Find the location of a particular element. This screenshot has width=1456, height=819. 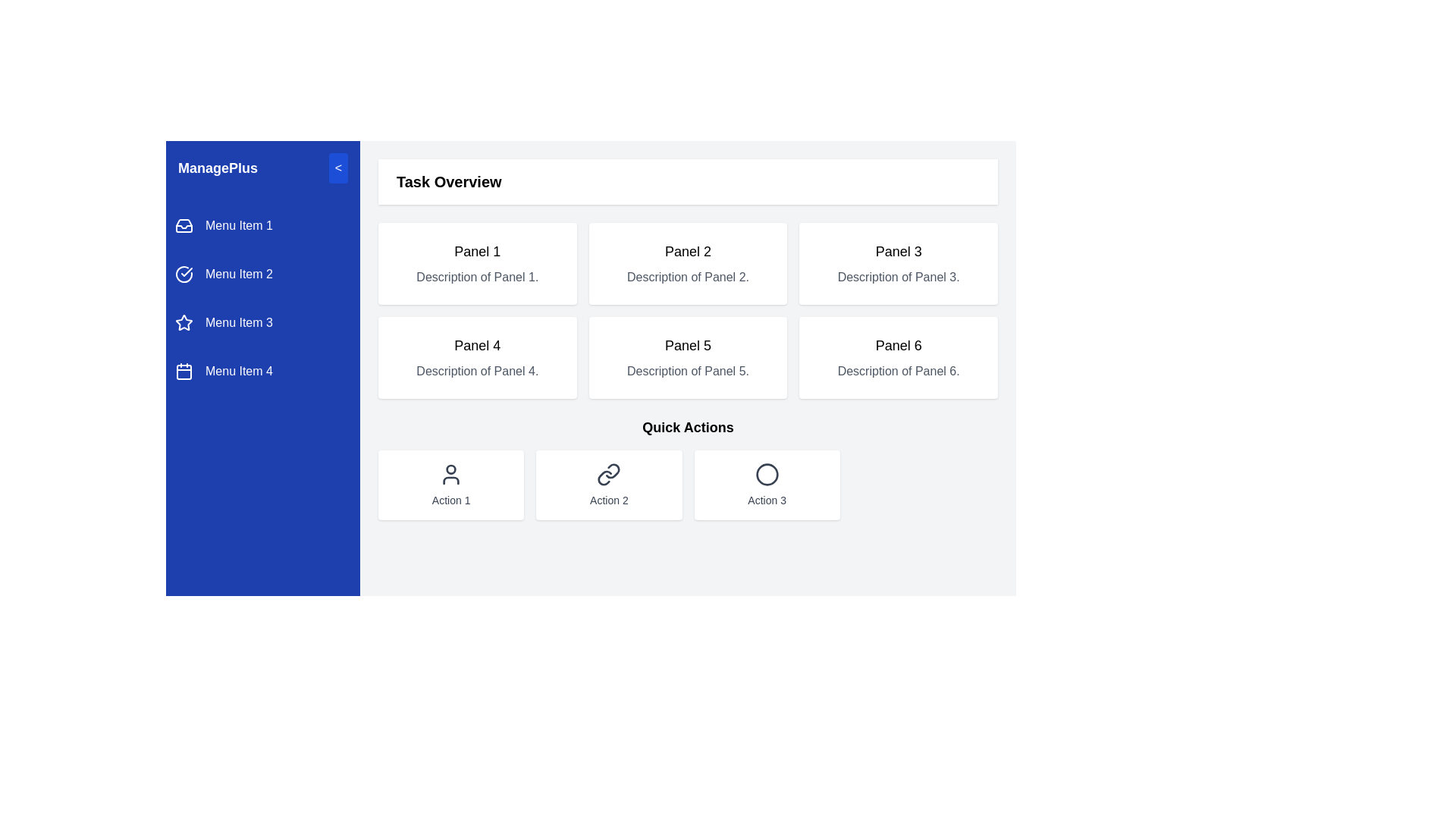

the first menu item in the vertical sidebar labeled 'Menu Item 1', which features an envelope icon and has a blue background with white text is located at coordinates (262, 225).